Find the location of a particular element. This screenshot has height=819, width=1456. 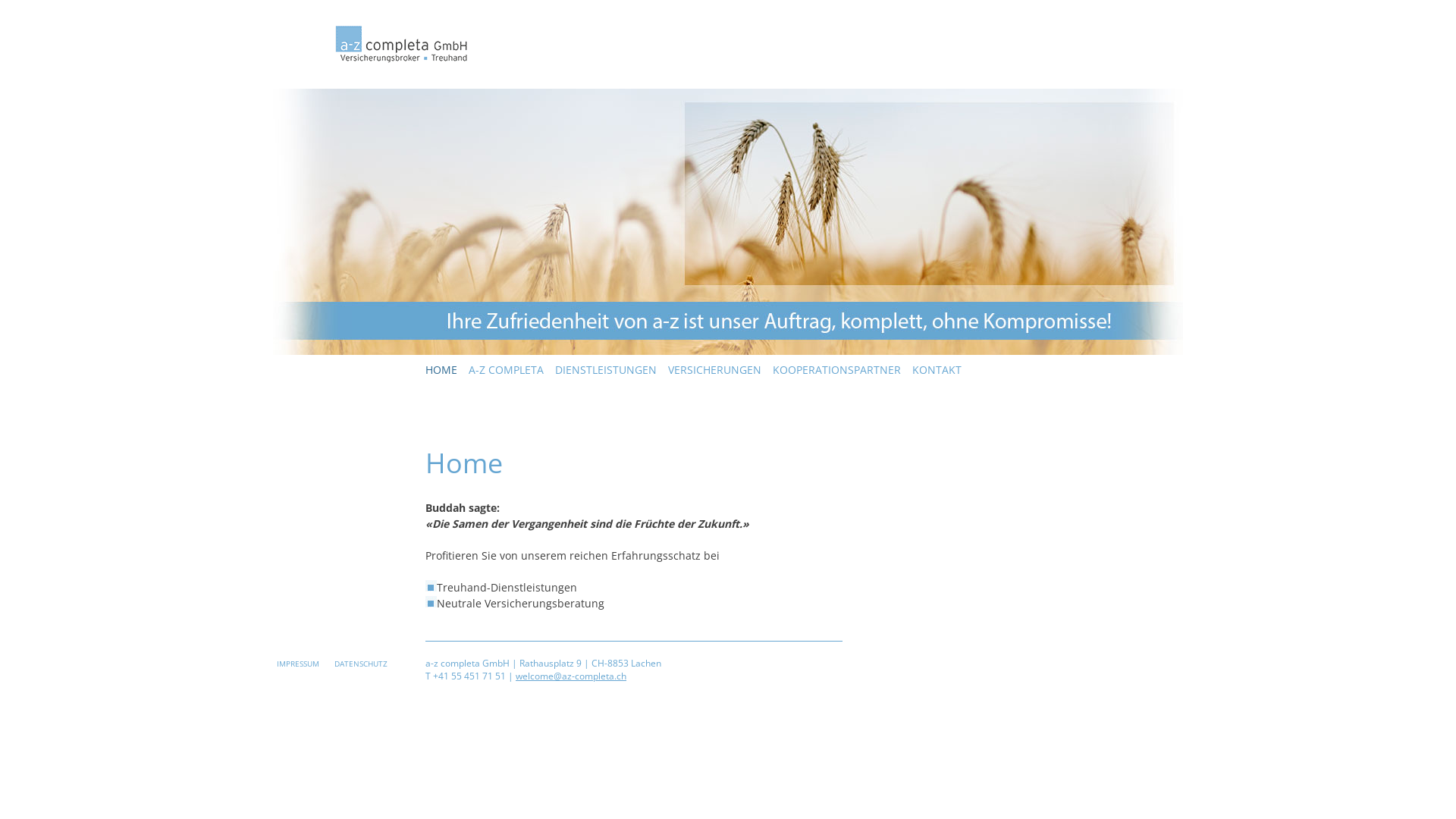

'KOOPERATIONSPARTNER' is located at coordinates (836, 369).